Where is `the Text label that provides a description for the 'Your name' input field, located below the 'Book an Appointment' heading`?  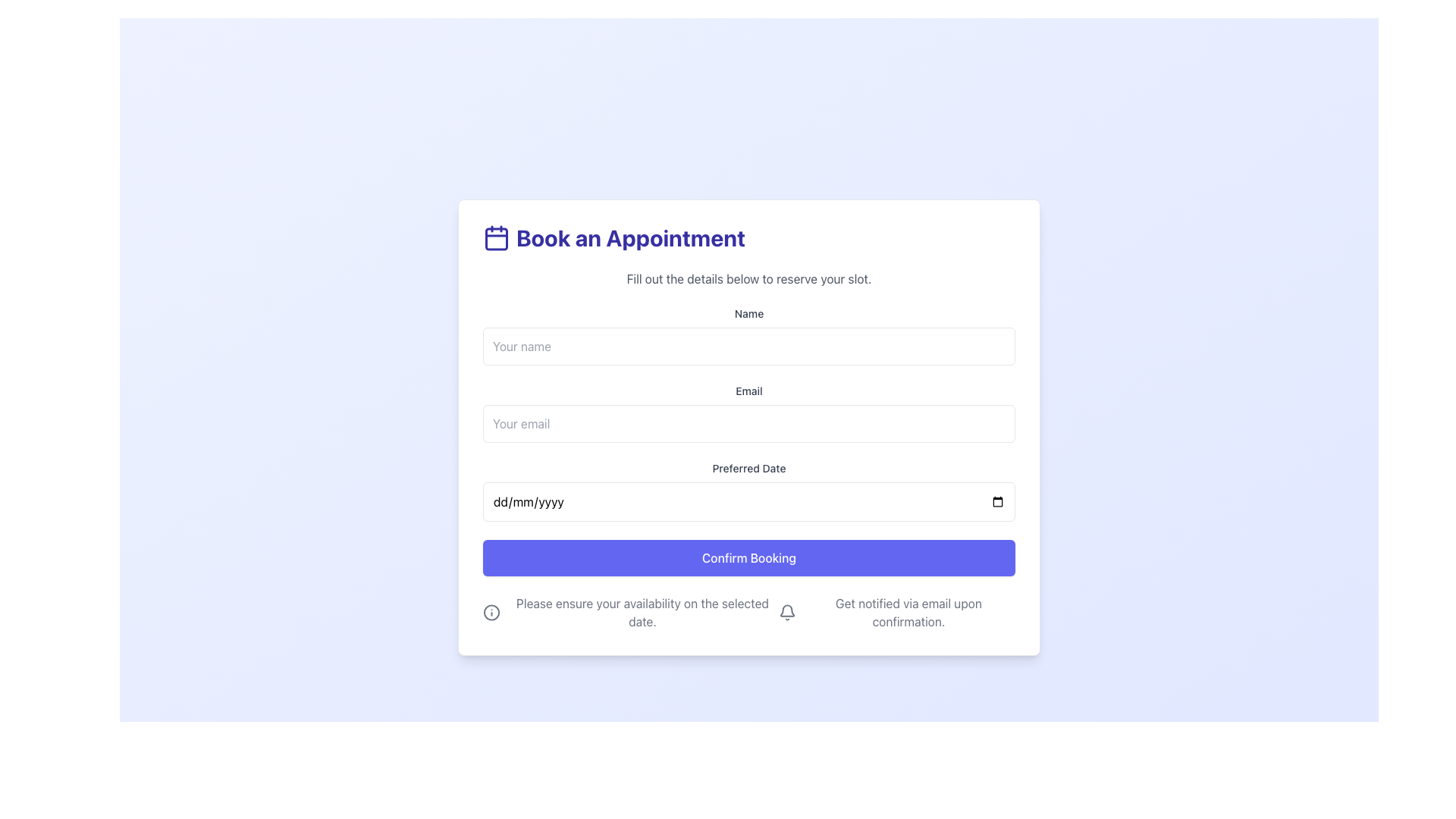
the Text label that provides a description for the 'Your name' input field, located below the 'Book an Appointment' heading is located at coordinates (749, 312).